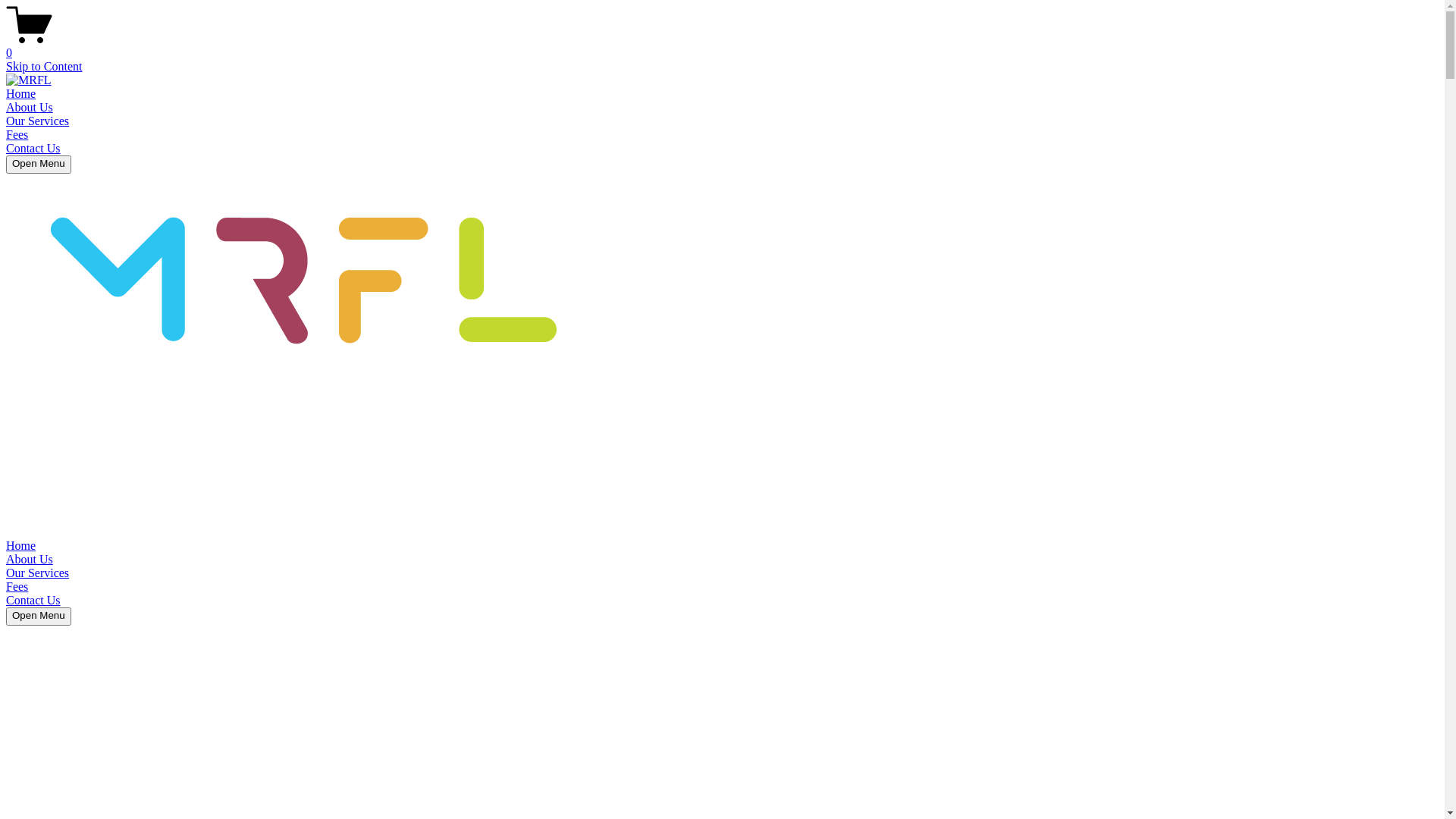  Describe the element at coordinates (33, 148) in the screenshot. I see `'Contact Us'` at that location.